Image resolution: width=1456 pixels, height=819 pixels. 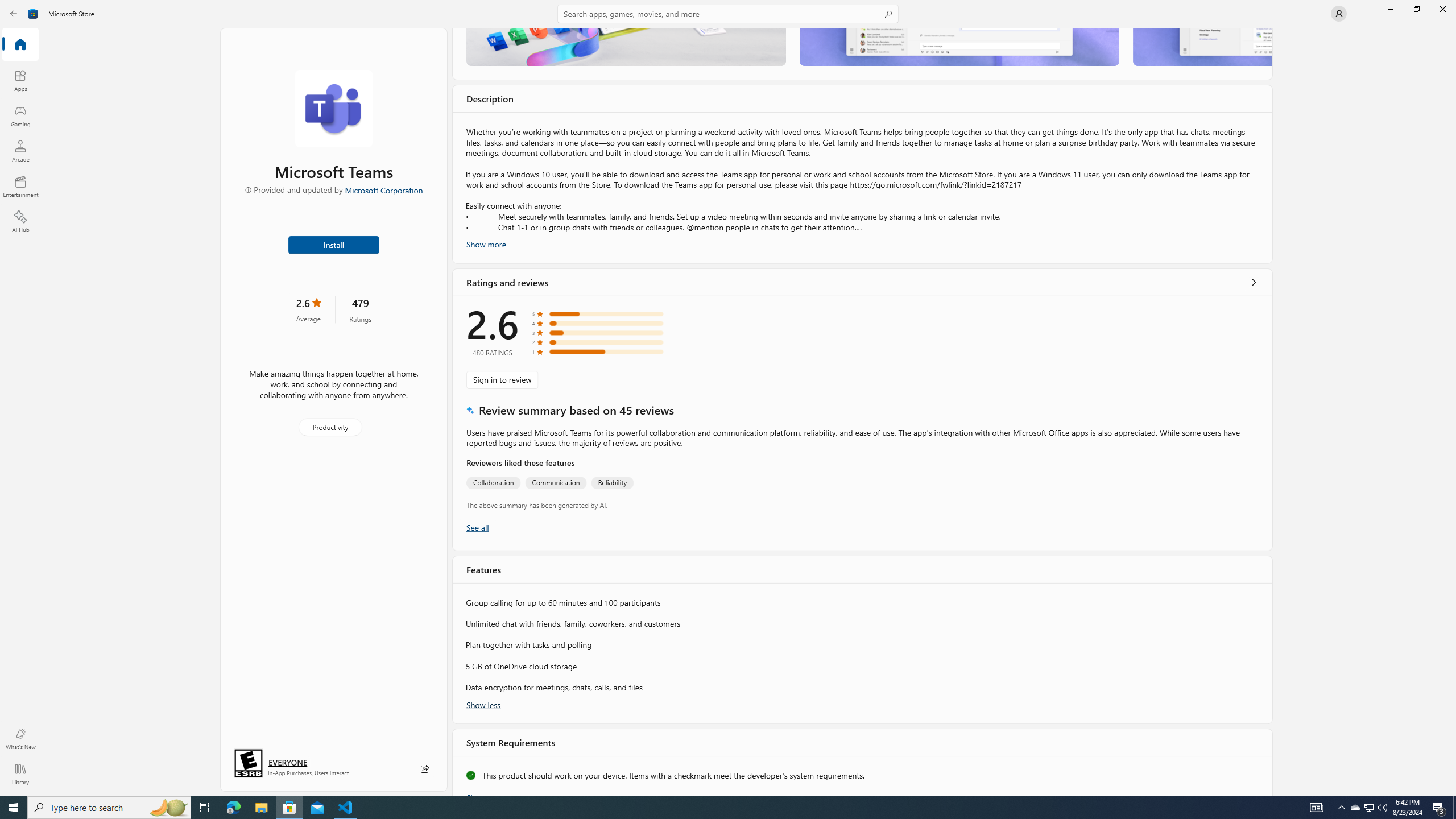 I want to click on 'User profile', so click(x=1338, y=13).